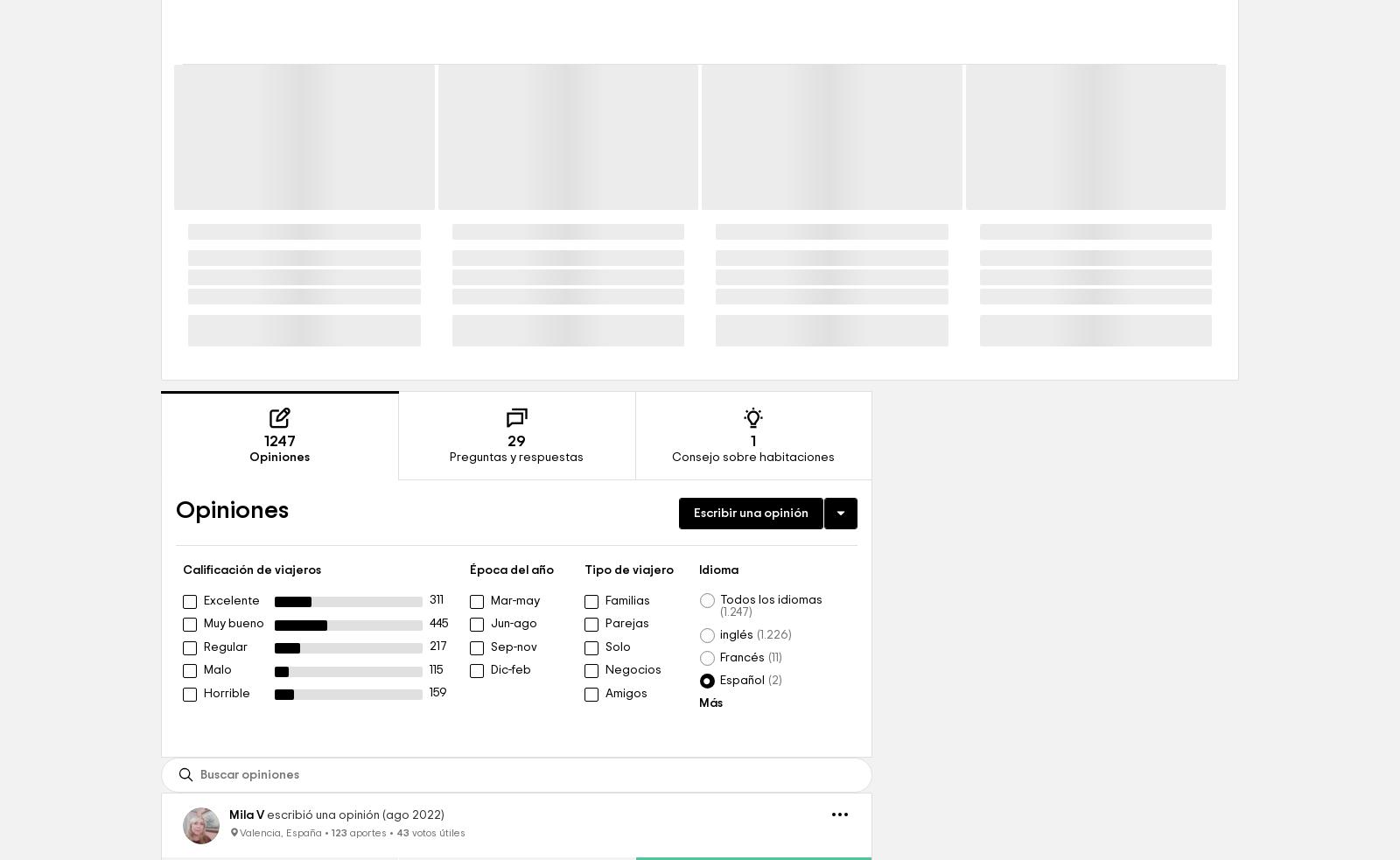 This screenshot has height=860, width=1400. Describe the element at coordinates (626, 814) in the screenshot. I see `'Amigos'` at that location.